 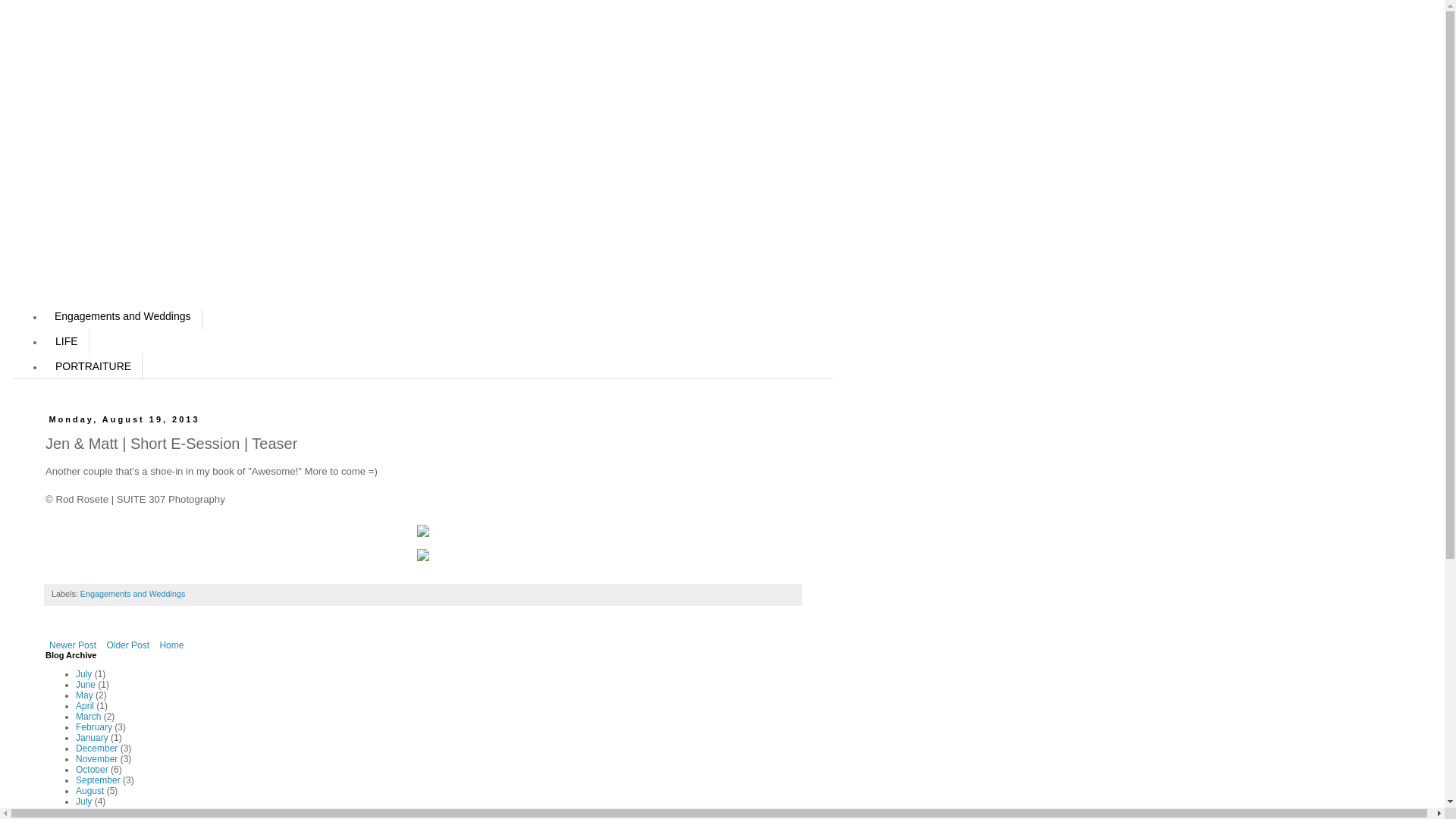 I want to click on 'March', so click(x=75, y=717).